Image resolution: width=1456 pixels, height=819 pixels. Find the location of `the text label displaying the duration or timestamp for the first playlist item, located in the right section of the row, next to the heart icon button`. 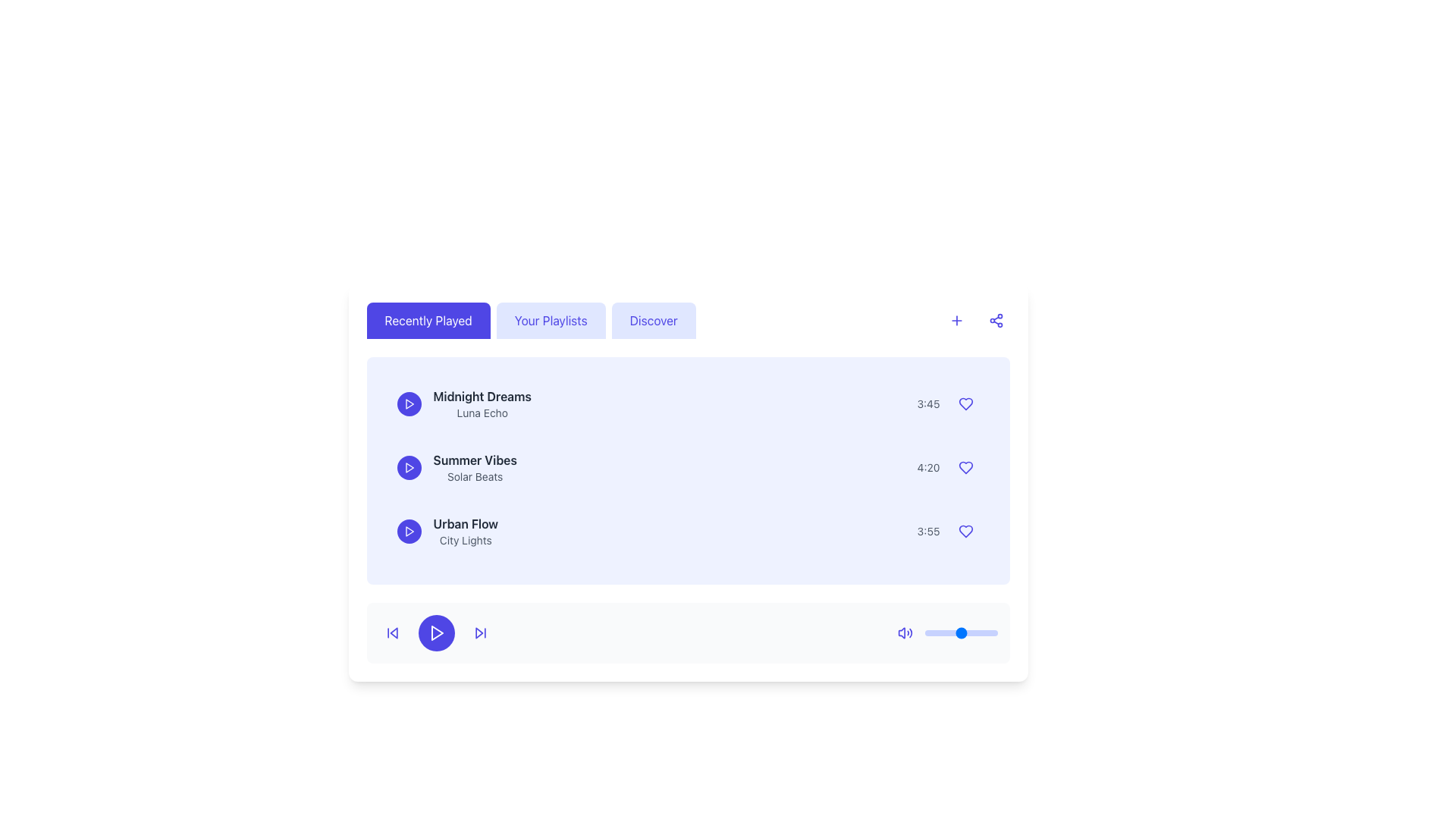

the text label displaying the duration or timestamp for the first playlist item, located in the right section of the row, next to the heart icon button is located at coordinates (927, 403).